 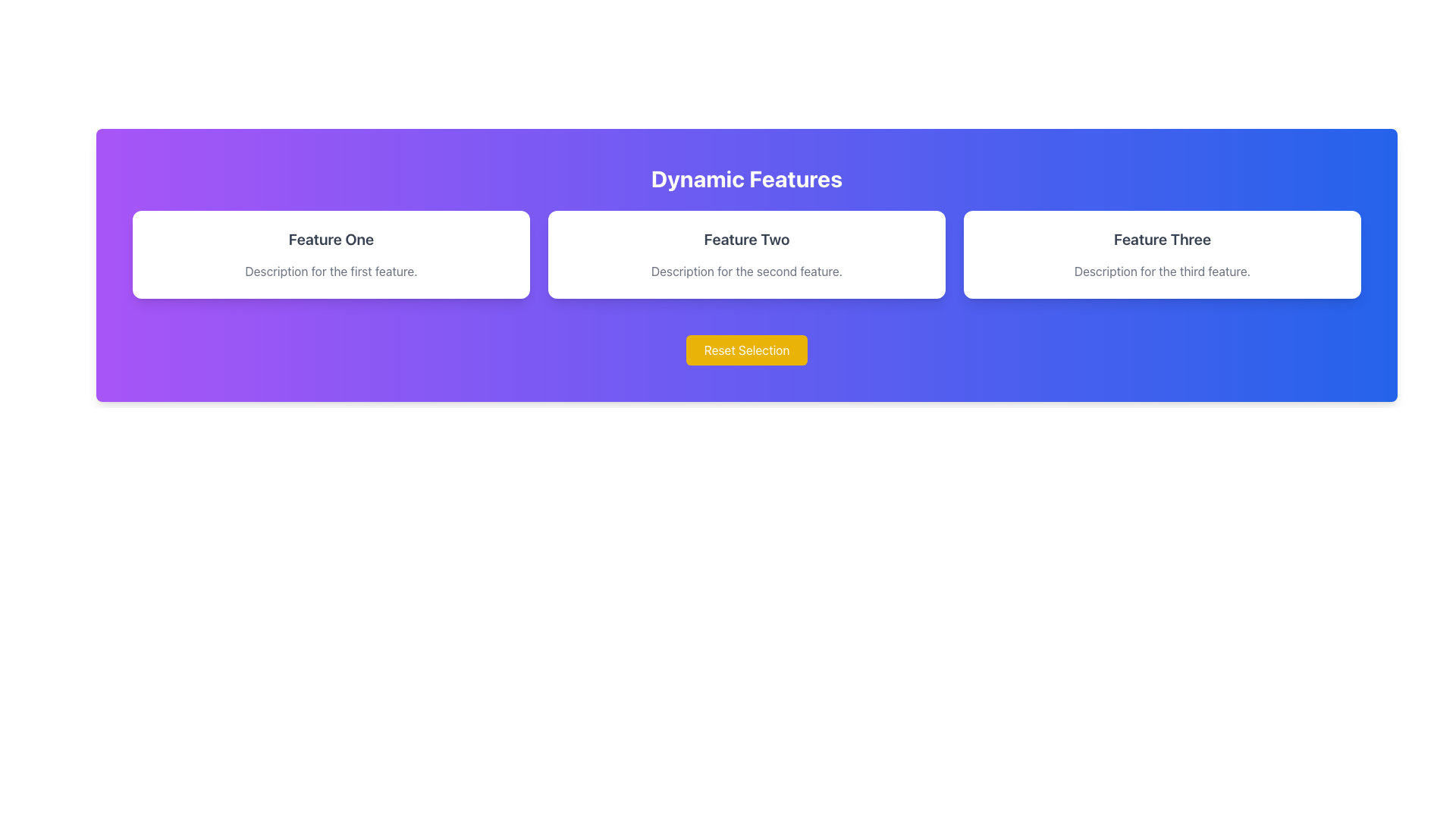 What do you see at coordinates (746, 350) in the screenshot?
I see `the 'Reset Selection' button with a vibrant yellow background and white text to observe the hover effect` at bounding box center [746, 350].